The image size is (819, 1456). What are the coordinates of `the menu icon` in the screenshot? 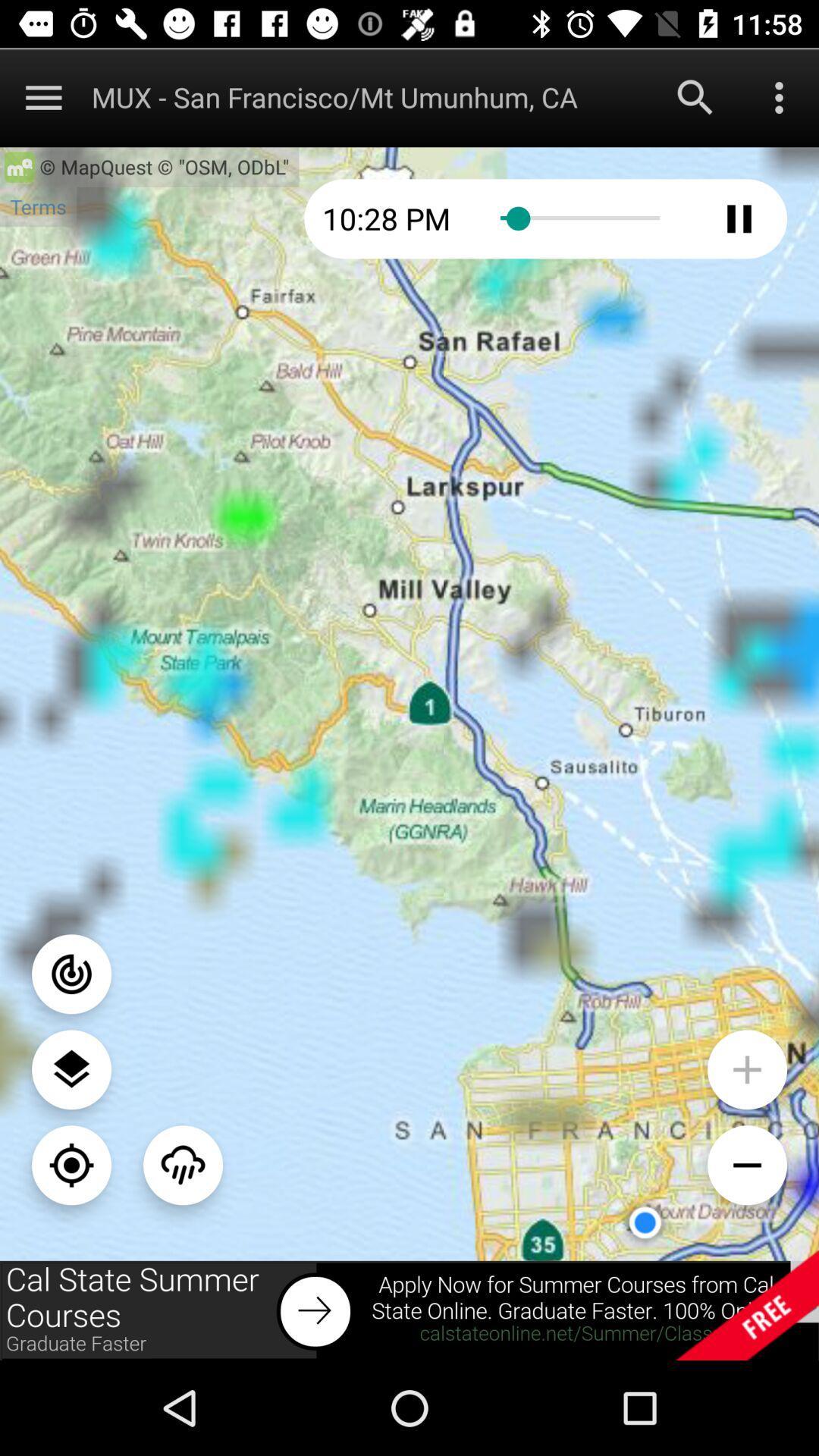 It's located at (42, 96).